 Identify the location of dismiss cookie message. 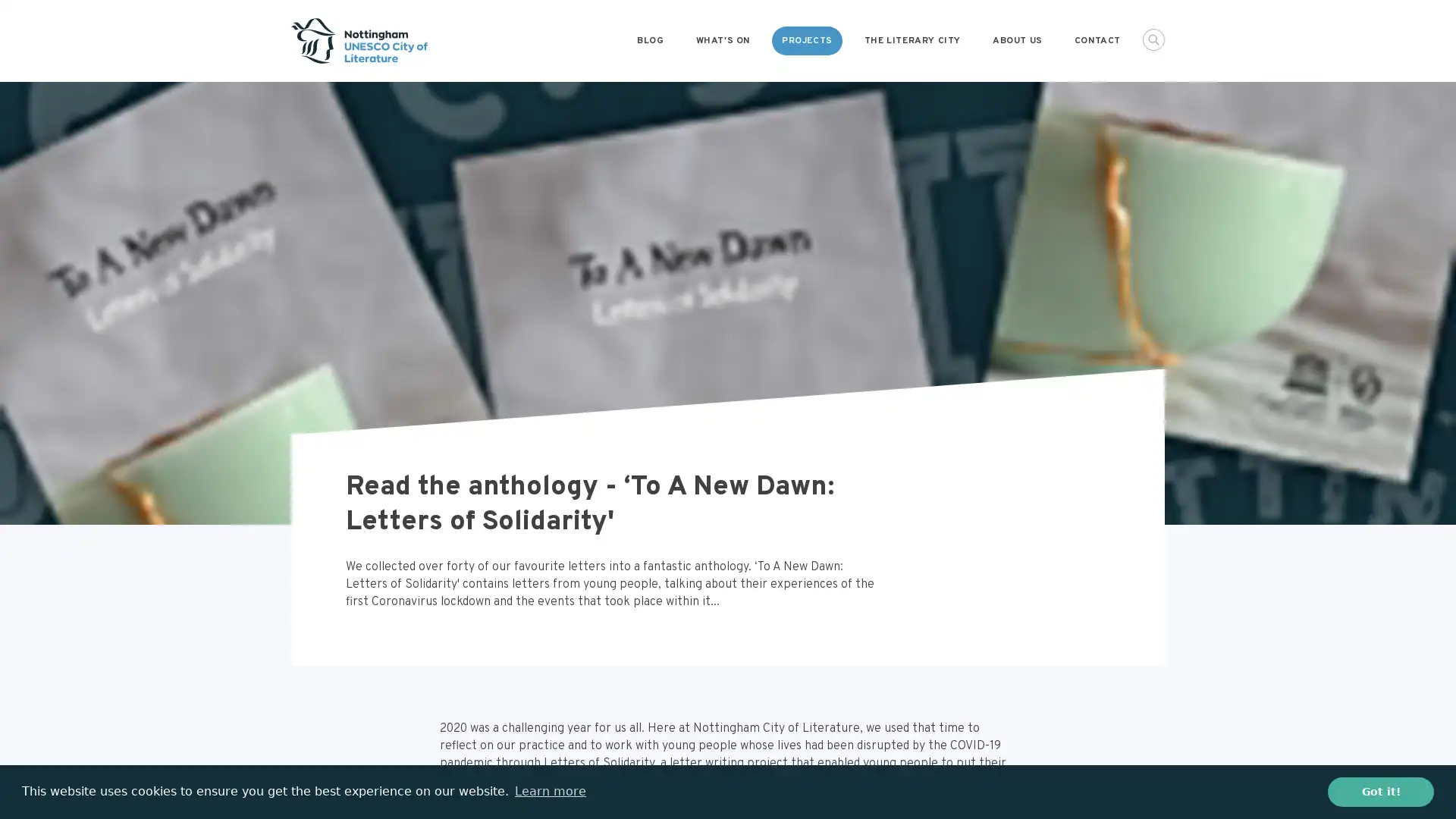
(1380, 791).